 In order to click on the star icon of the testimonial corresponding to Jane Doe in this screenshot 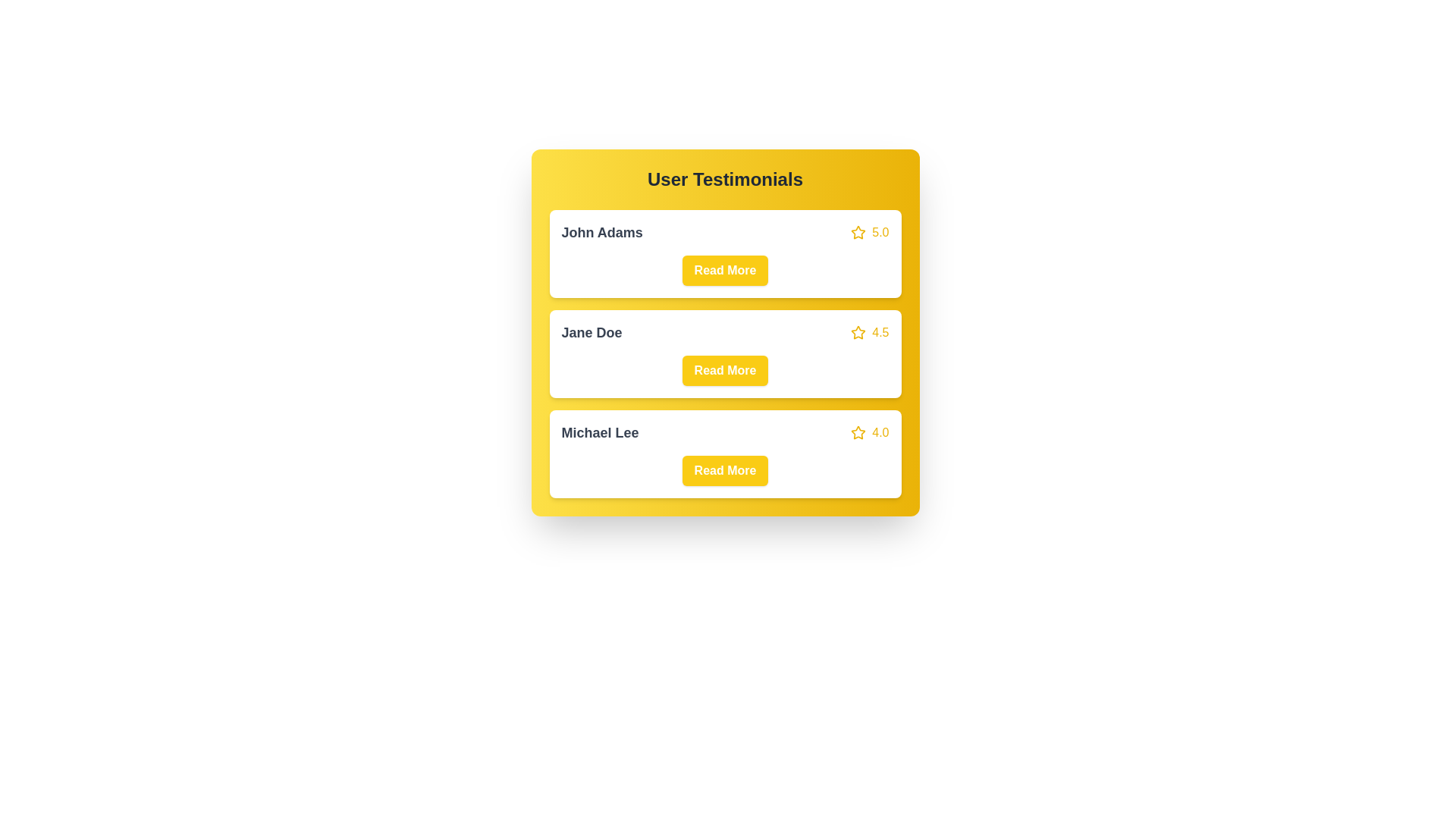, I will do `click(858, 332)`.